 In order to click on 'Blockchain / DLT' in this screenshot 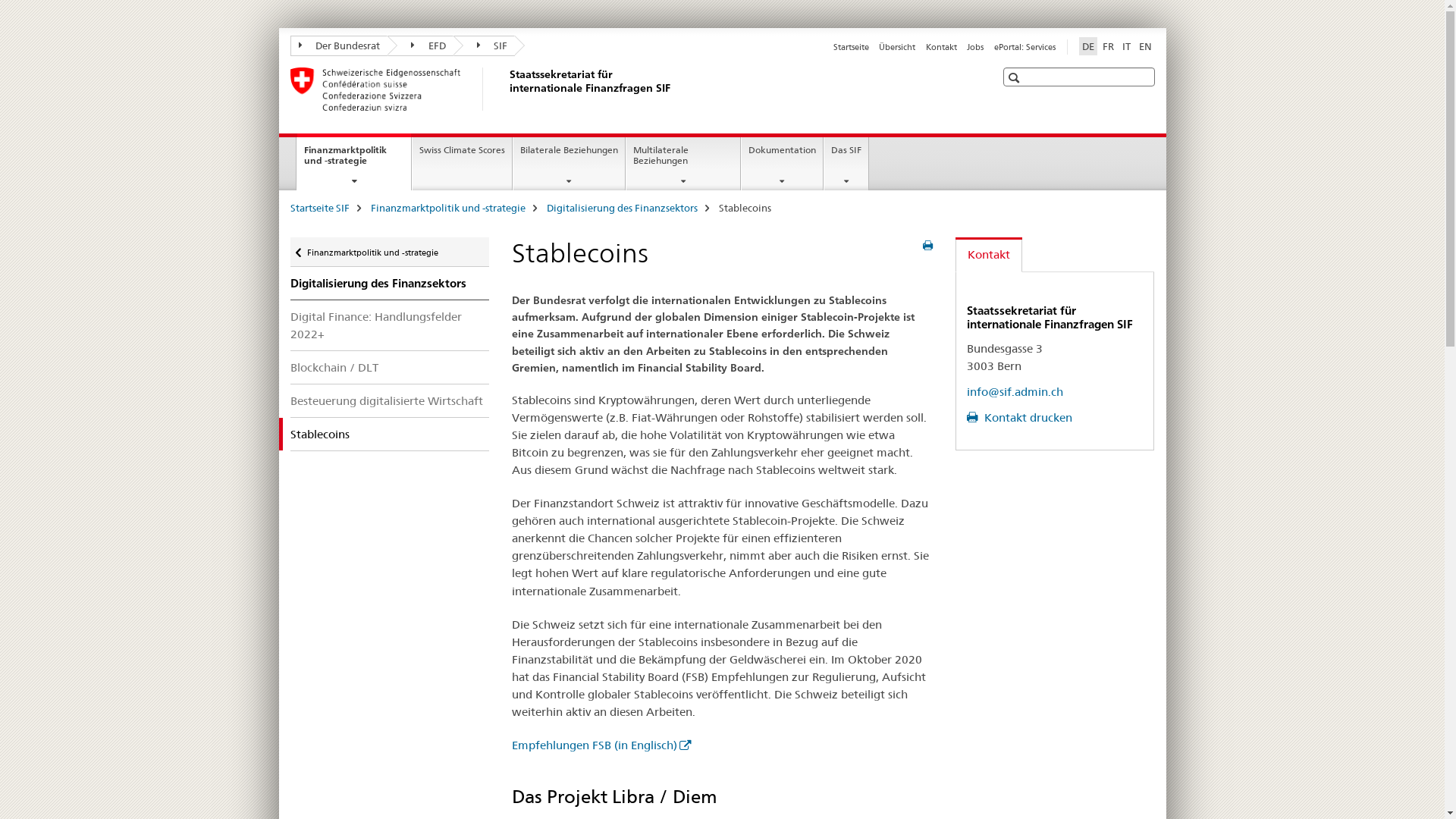, I will do `click(389, 367)`.